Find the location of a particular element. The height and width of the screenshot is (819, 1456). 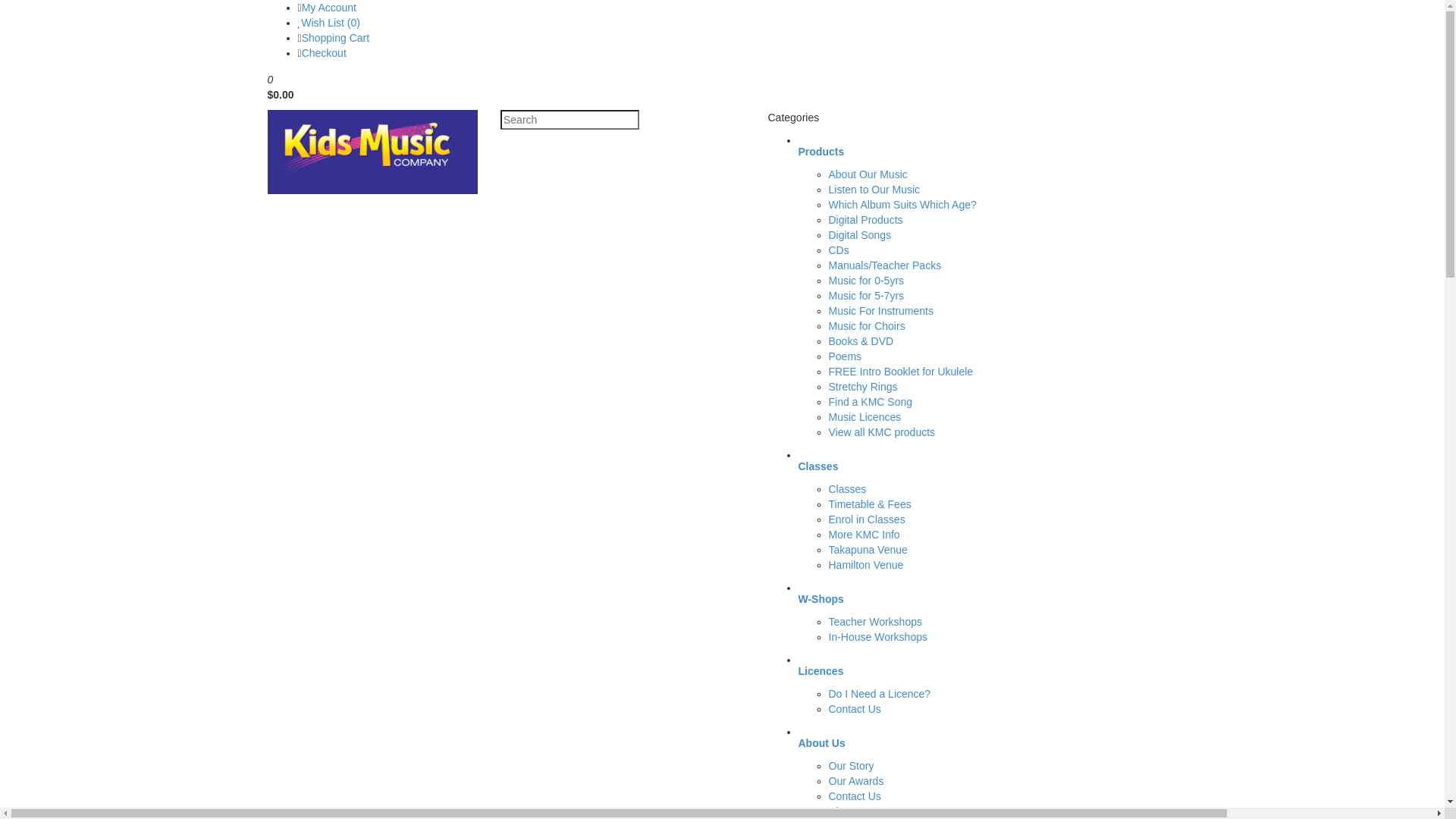

'Enrol in Classes' is located at coordinates (827, 519).